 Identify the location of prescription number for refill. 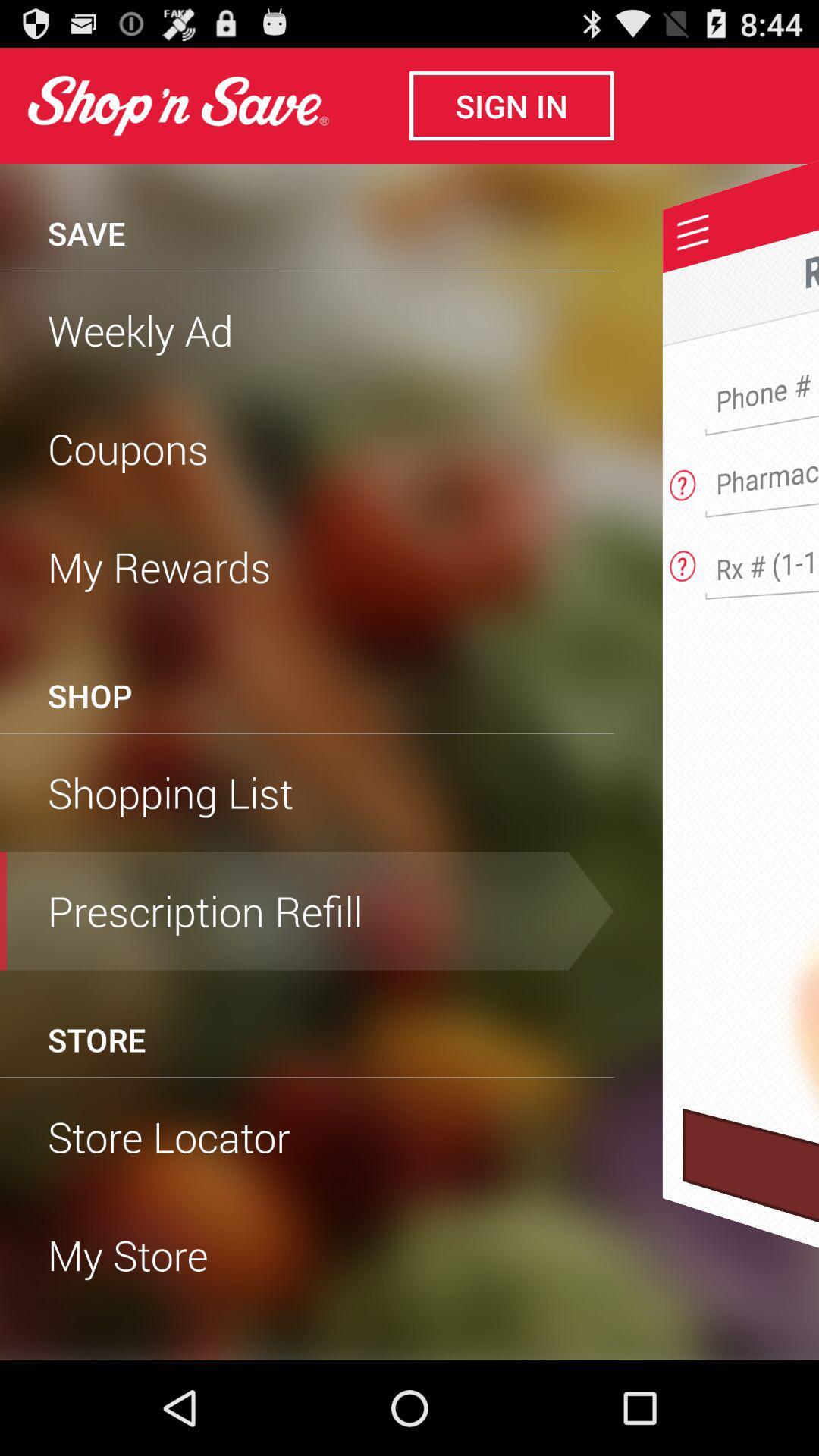
(767, 559).